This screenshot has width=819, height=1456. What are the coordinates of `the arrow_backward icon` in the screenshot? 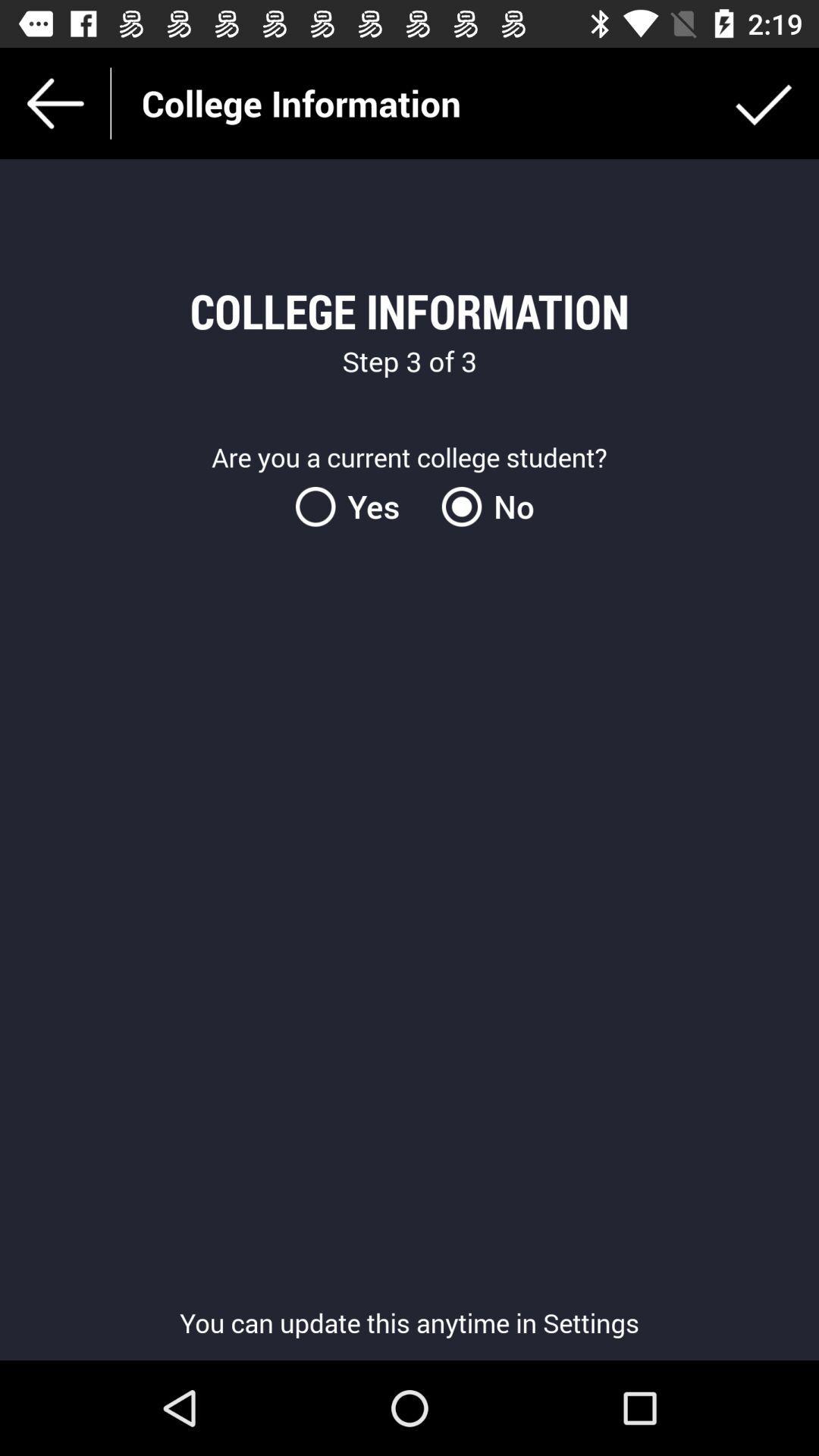 It's located at (55, 102).